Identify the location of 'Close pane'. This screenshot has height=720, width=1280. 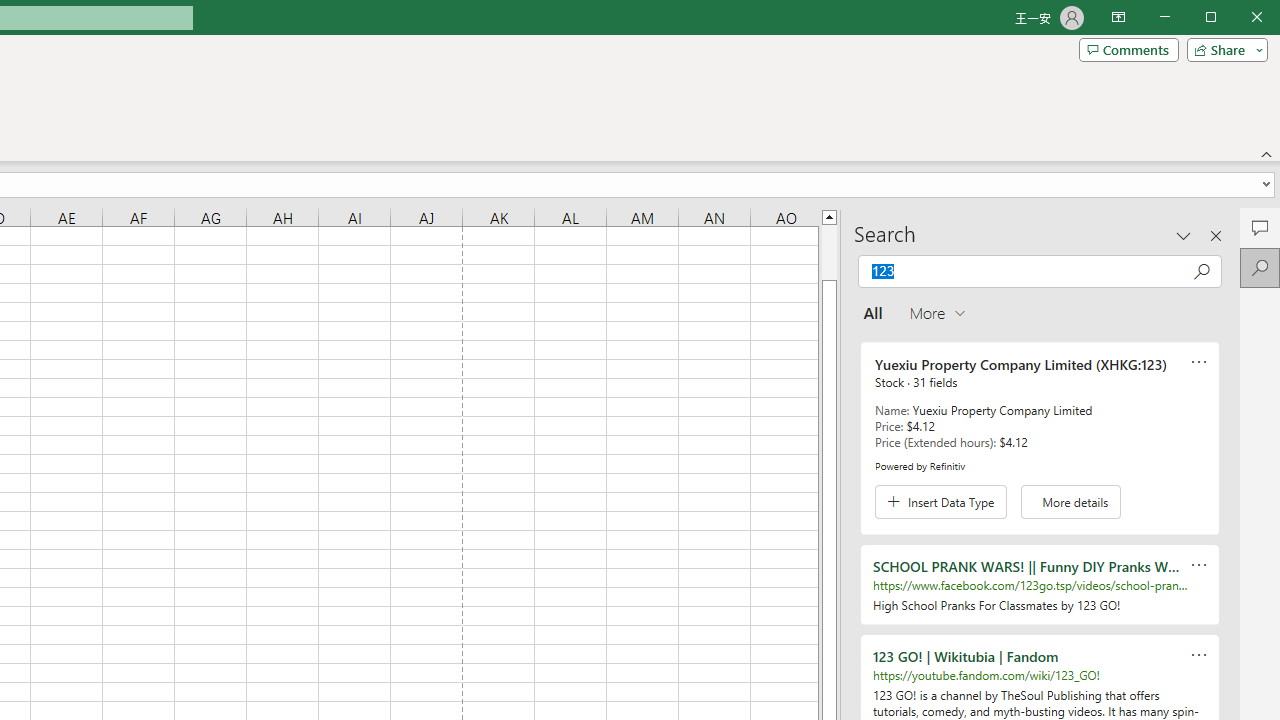
(1215, 234).